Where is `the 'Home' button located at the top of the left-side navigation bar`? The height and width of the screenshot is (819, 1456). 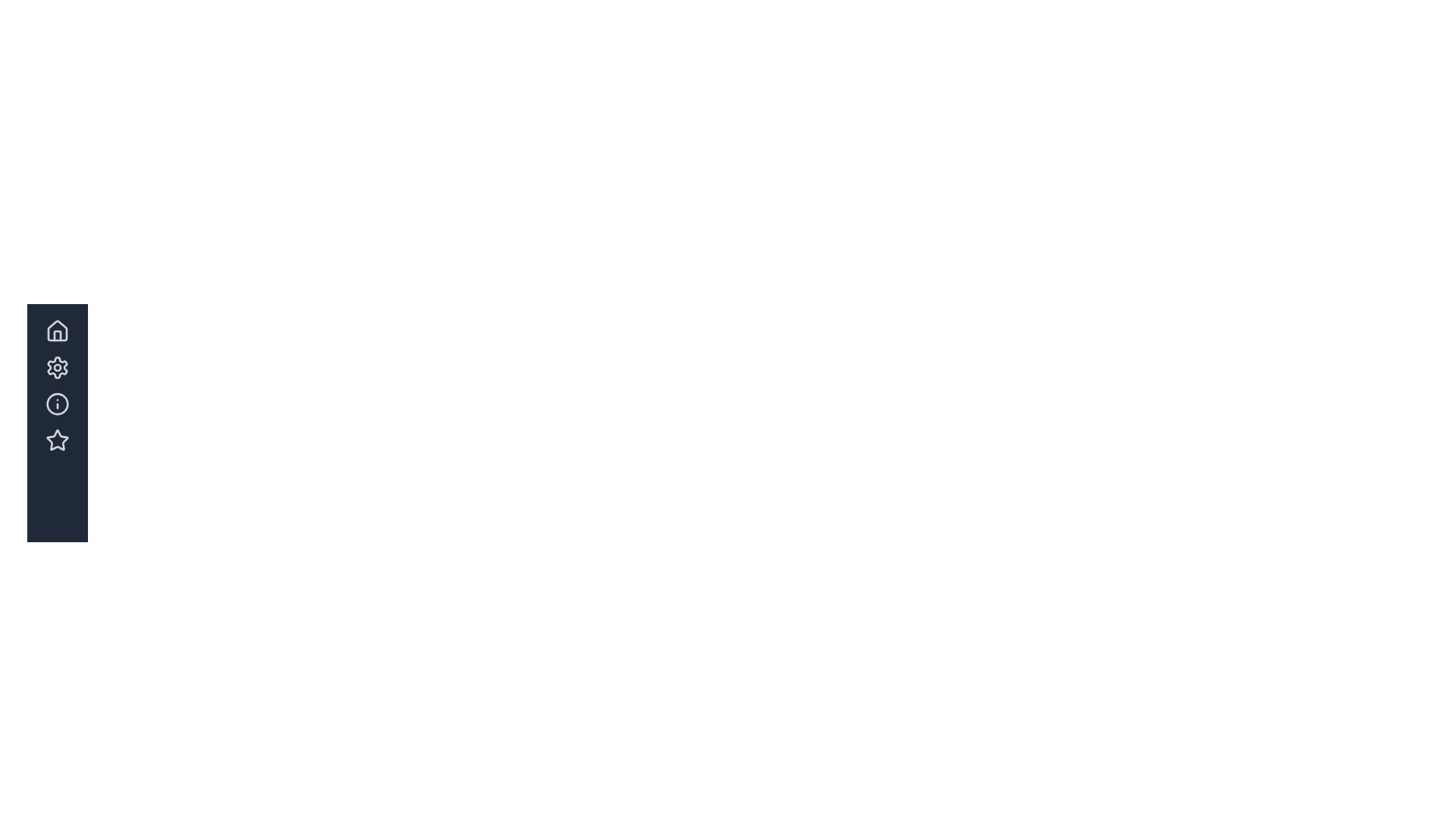
the 'Home' button located at the top of the left-side navigation bar is located at coordinates (58, 330).